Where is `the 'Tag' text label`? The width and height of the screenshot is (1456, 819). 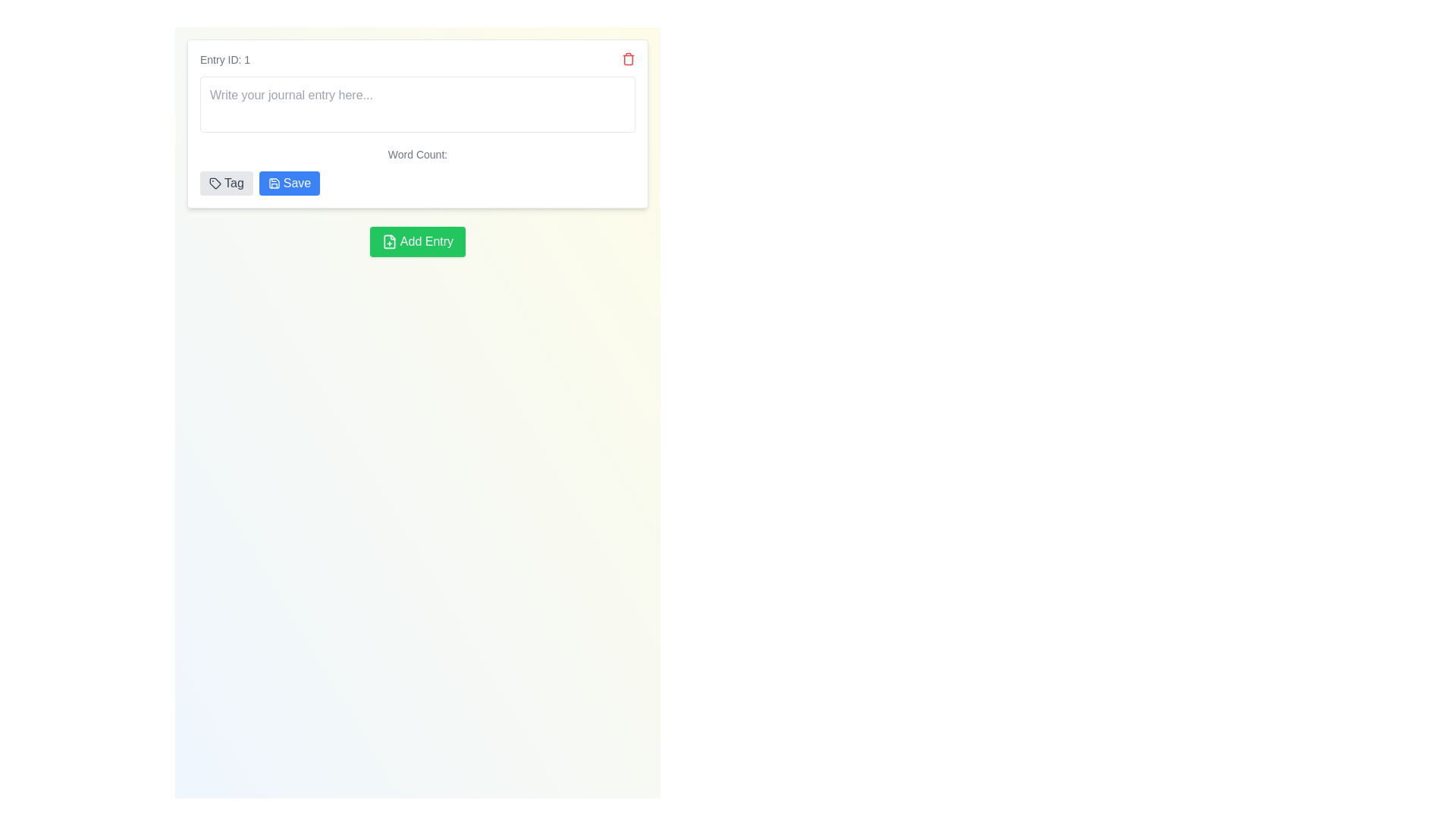
the 'Tag' text label is located at coordinates (233, 183).